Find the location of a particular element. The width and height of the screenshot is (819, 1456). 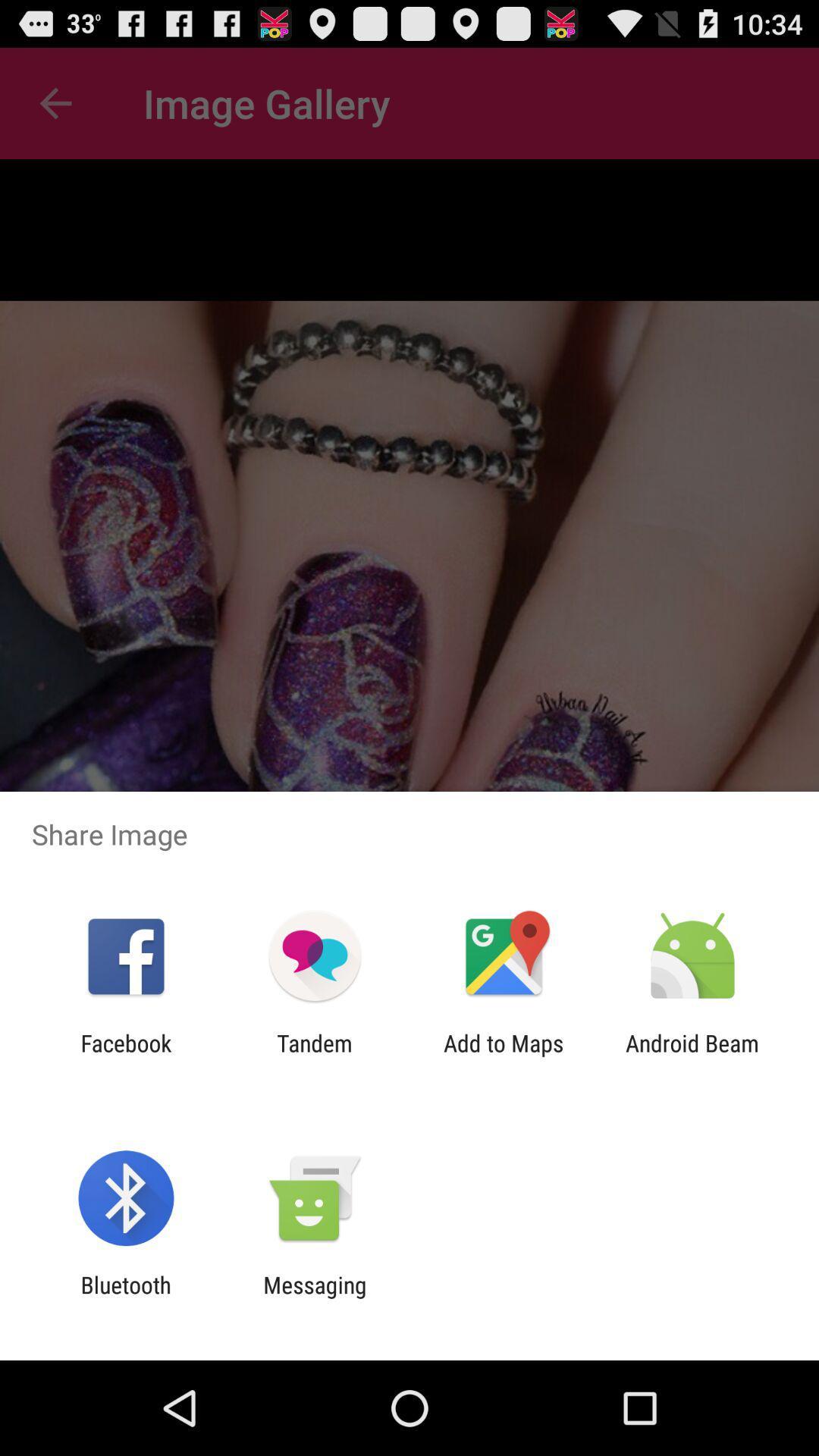

item next to the add to maps is located at coordinates (314, 1056).